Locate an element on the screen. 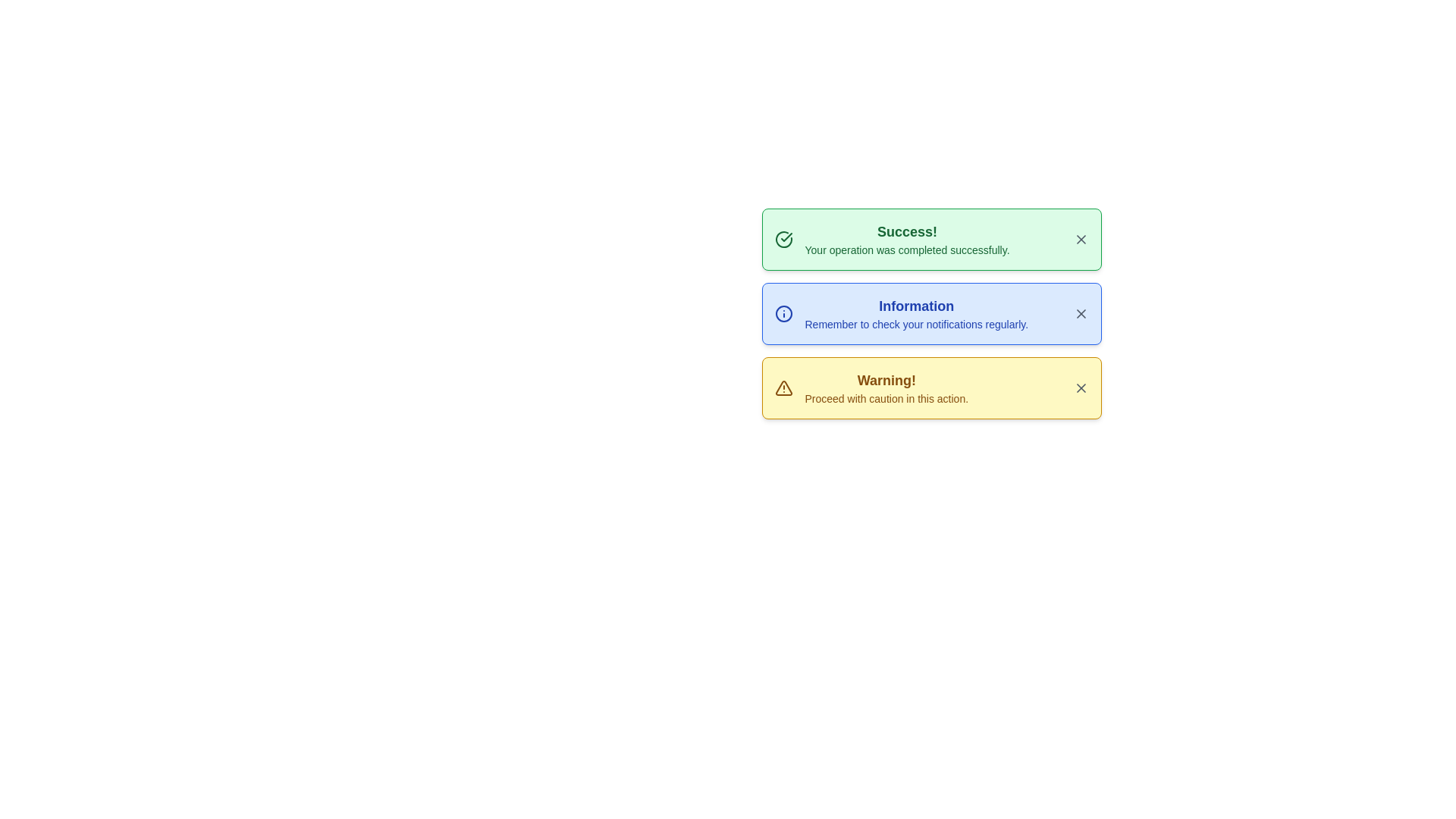 The width and height of the screenshot is (1456, 819). the diagonal cross icon located in the notification panel is located at coordinates (1080, 388).